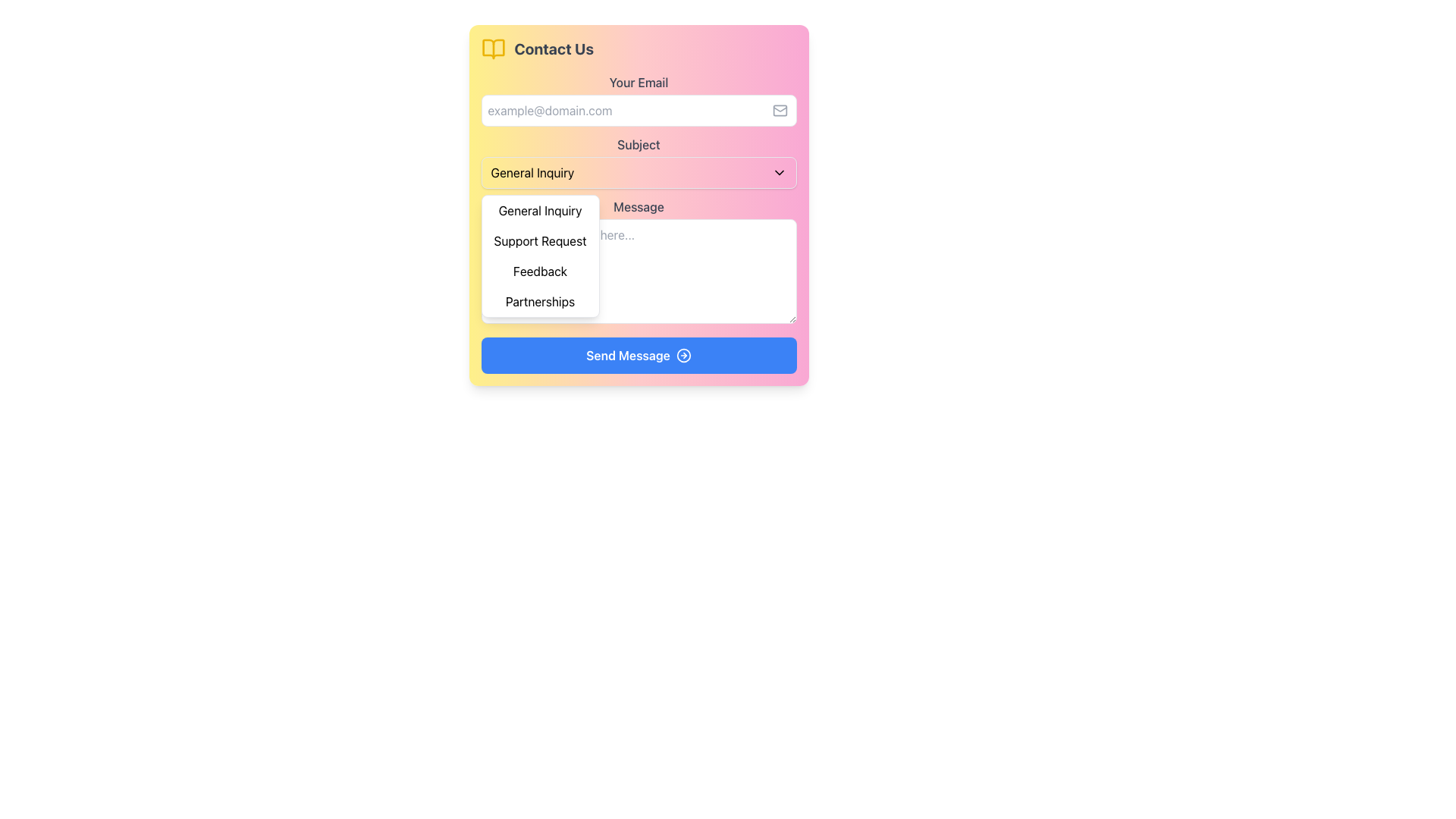 The width and height of the screenshot is (1456, 819). Describe the element at coordinates (639, 356) in the screenshot. I see `the blue 'Send Message' button with rounded corners to change its color, which includes an icon of a rightward arrow` at that location.